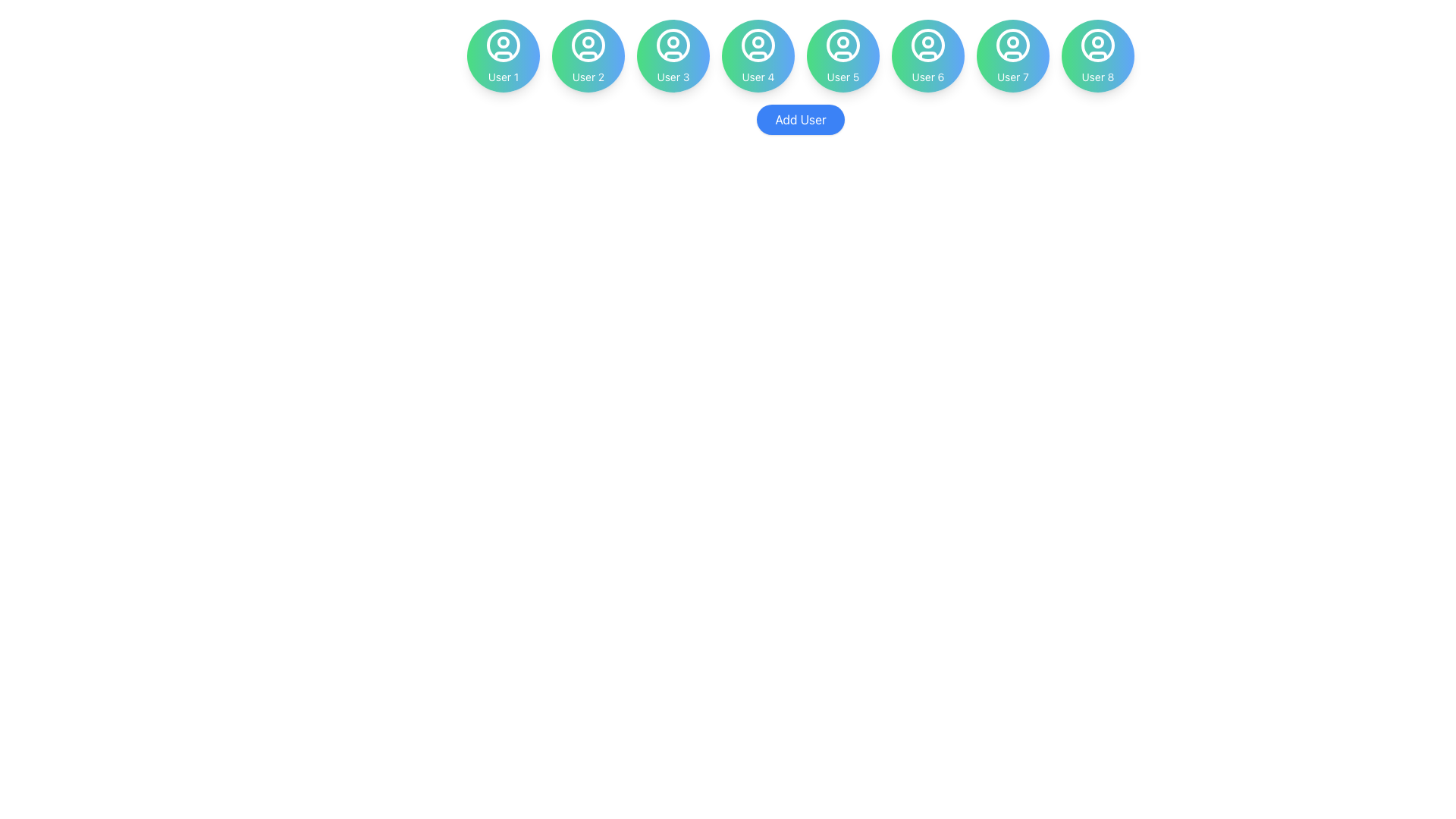 The height and width of the screenshot is (819, 1456). Describe the element at coordinates (503, 77) in the screenshot. I see `the text label identifying the user icon as 'User 1' located at the bottom center of the circular component labeled 'User 1'` at that location.